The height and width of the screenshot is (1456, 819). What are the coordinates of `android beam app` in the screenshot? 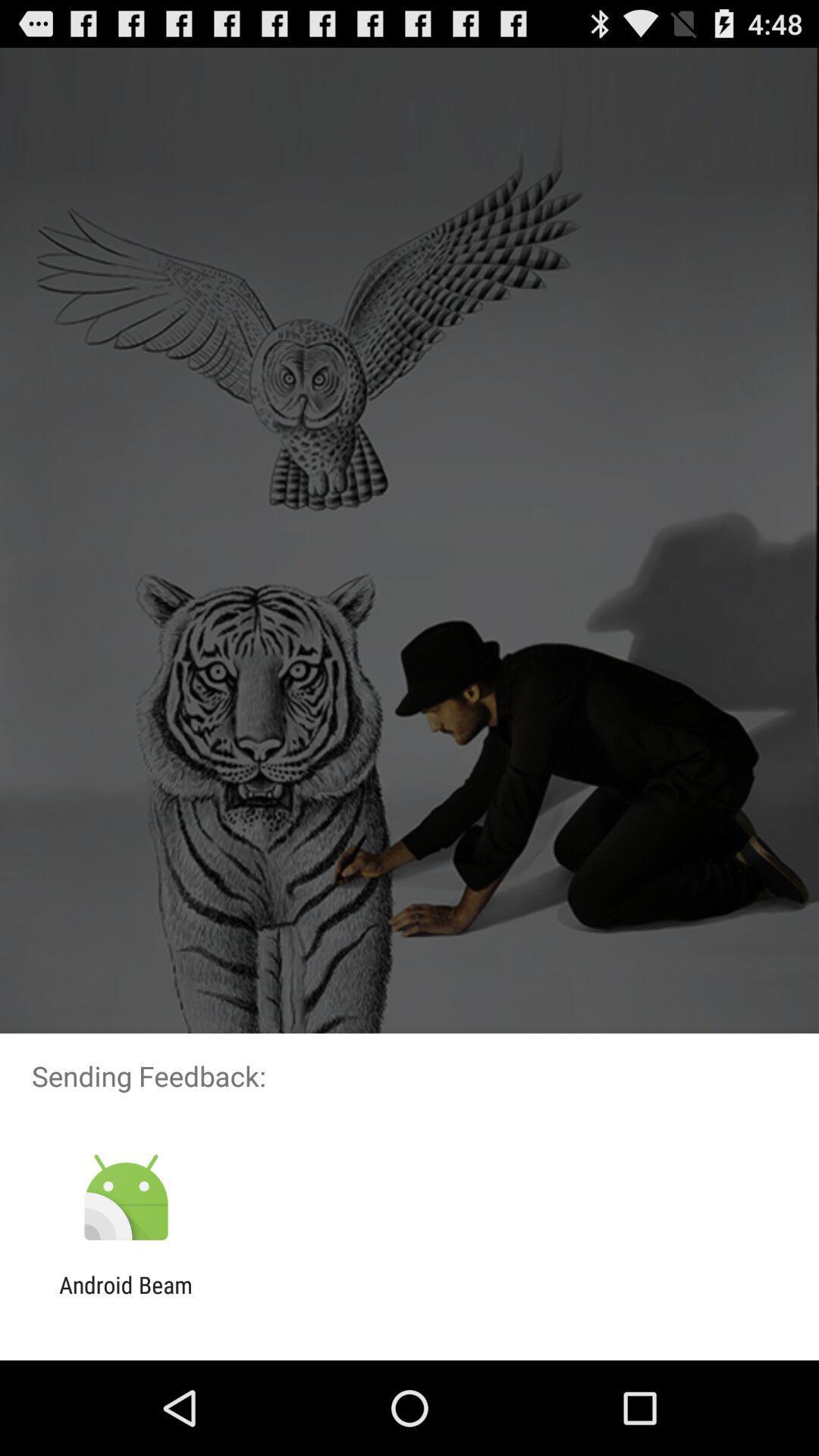 It's located at (125, 1298).